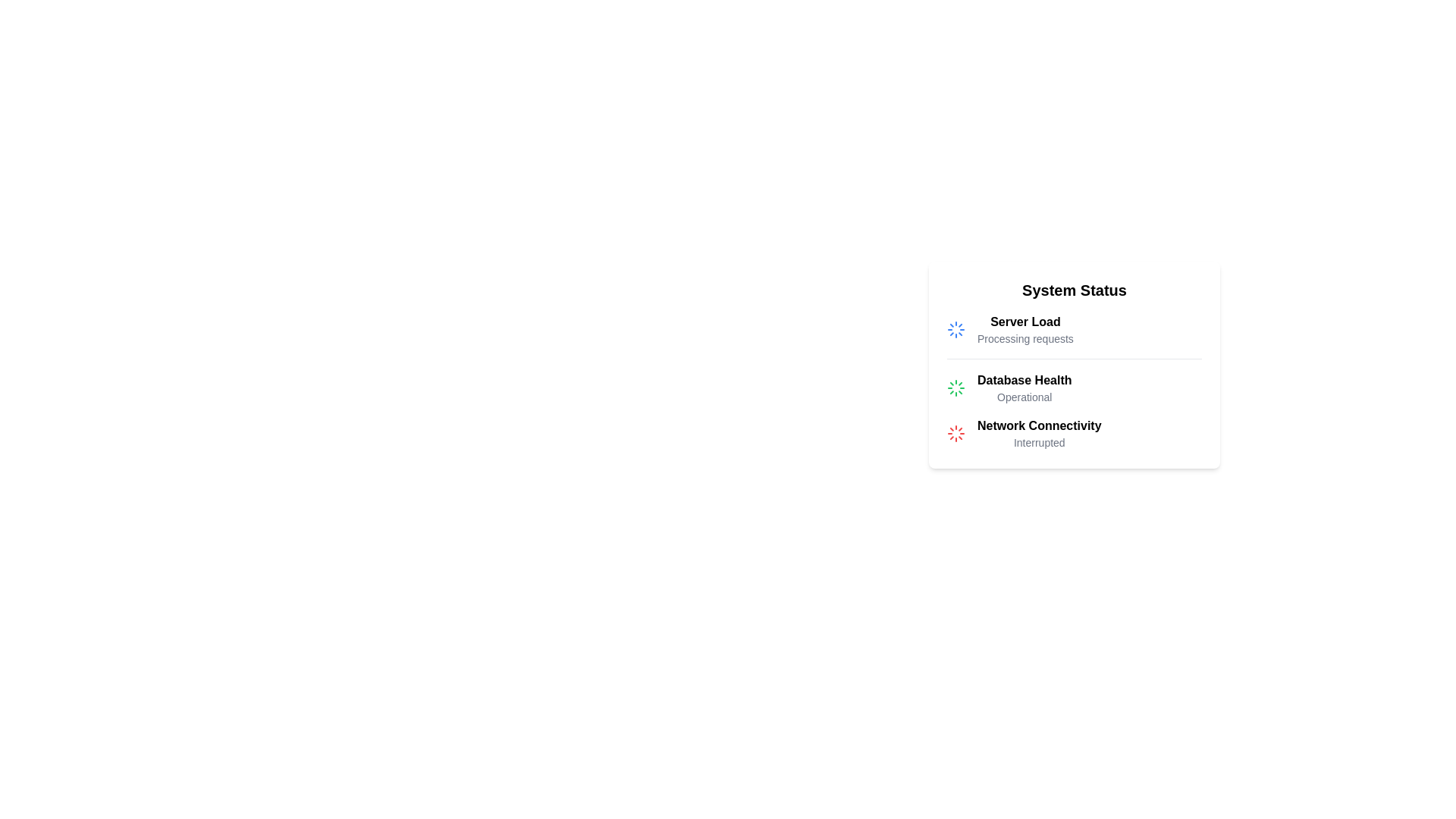  I want to click on the Text label that serves as a heading for the status grouping related to database health, located in the right-hand section of the interface within the 'System Status' panel, positioned below 'Server Load' and above 'Network Connectivity', so click(1025, 379).